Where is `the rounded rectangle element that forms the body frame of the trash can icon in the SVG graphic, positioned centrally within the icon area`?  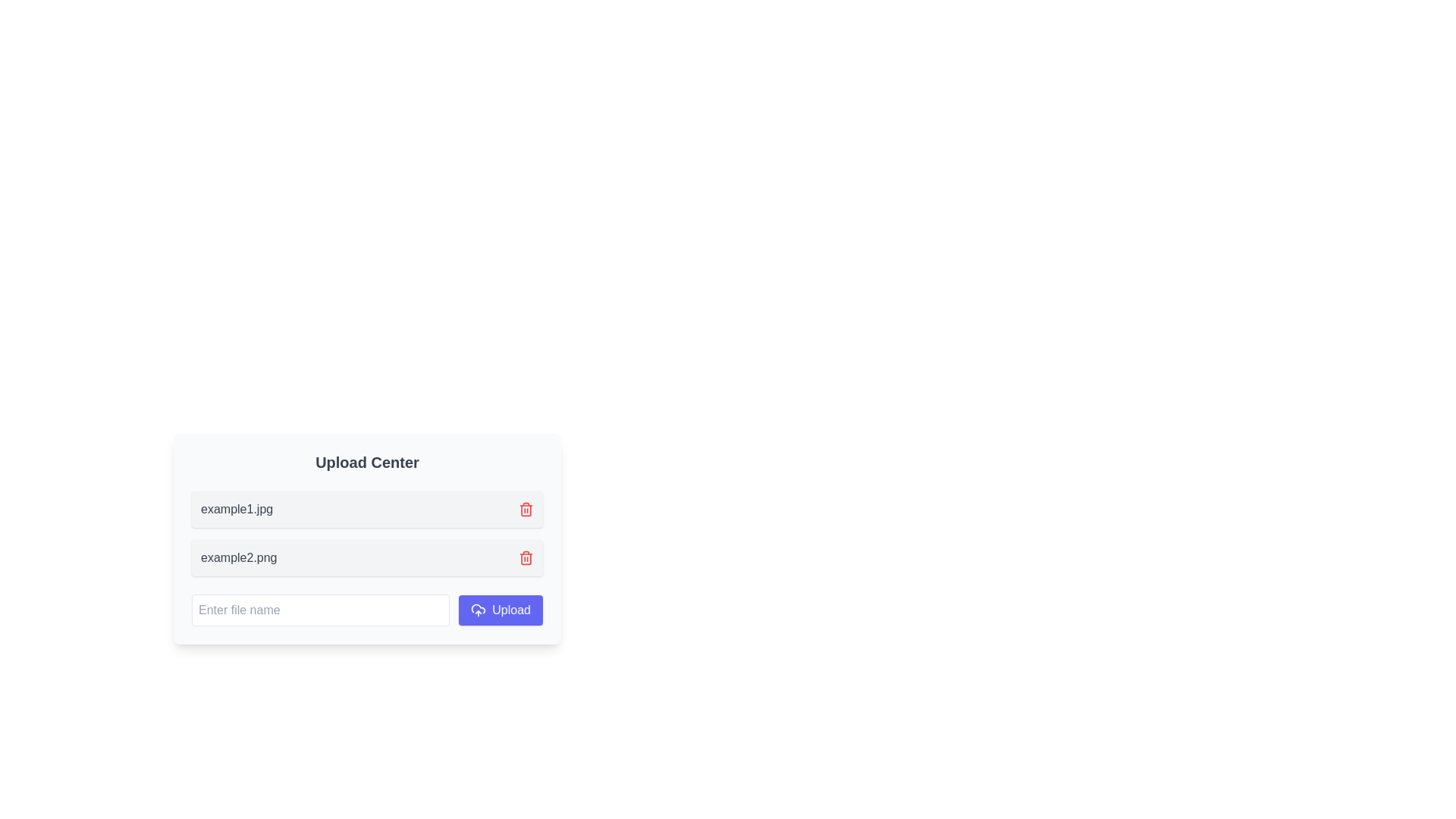
the rounded rectangle element that forms the body frame of the trash can icon in the SVG graphic, positioned centrally within the icon area is located at coordinates (526, 558).